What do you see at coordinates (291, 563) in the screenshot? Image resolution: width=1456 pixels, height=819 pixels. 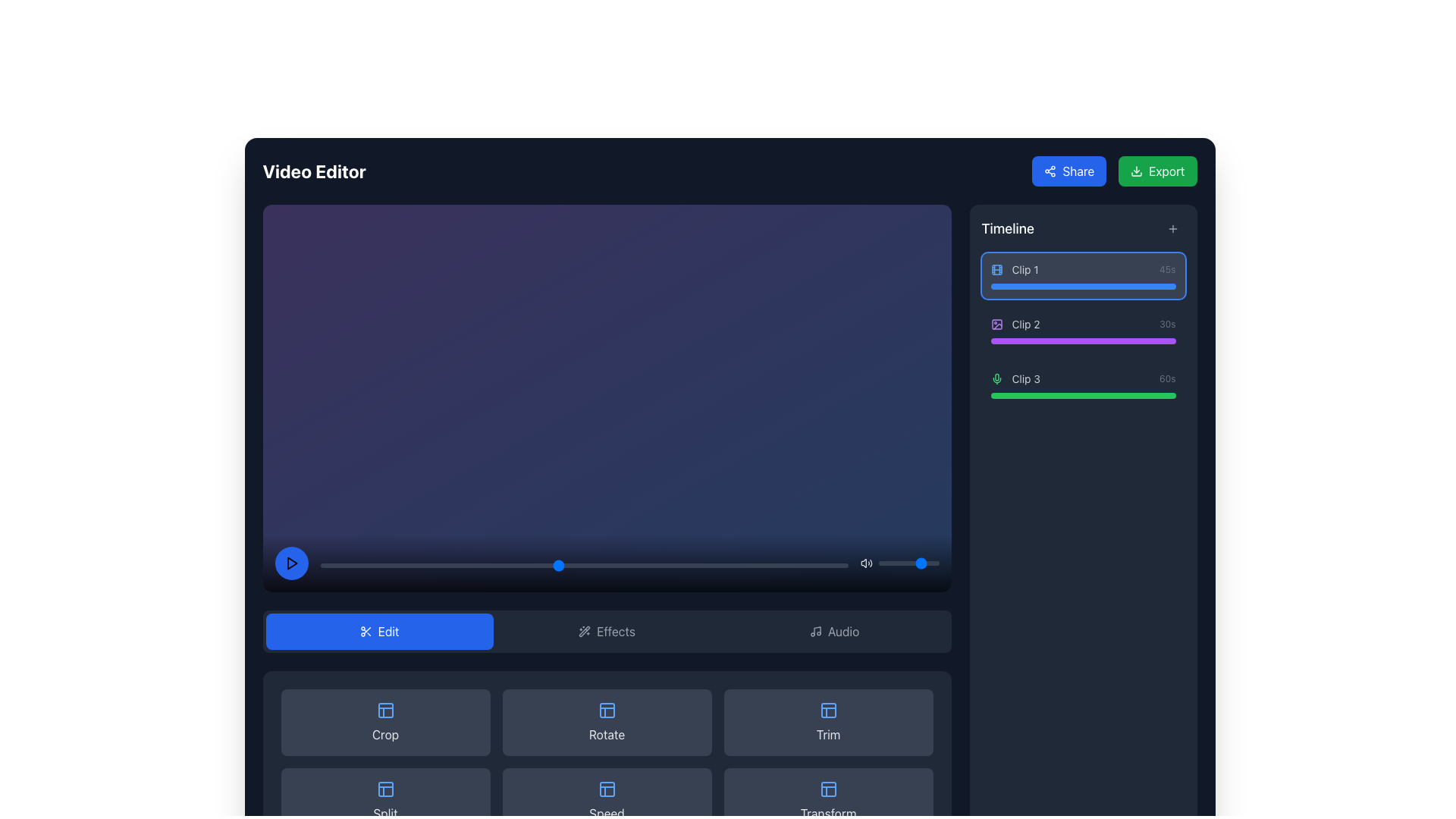 I see `the circular blue button with a play icon located at the bottom-left corner of the video preview section` at bounding box center [291, 563].